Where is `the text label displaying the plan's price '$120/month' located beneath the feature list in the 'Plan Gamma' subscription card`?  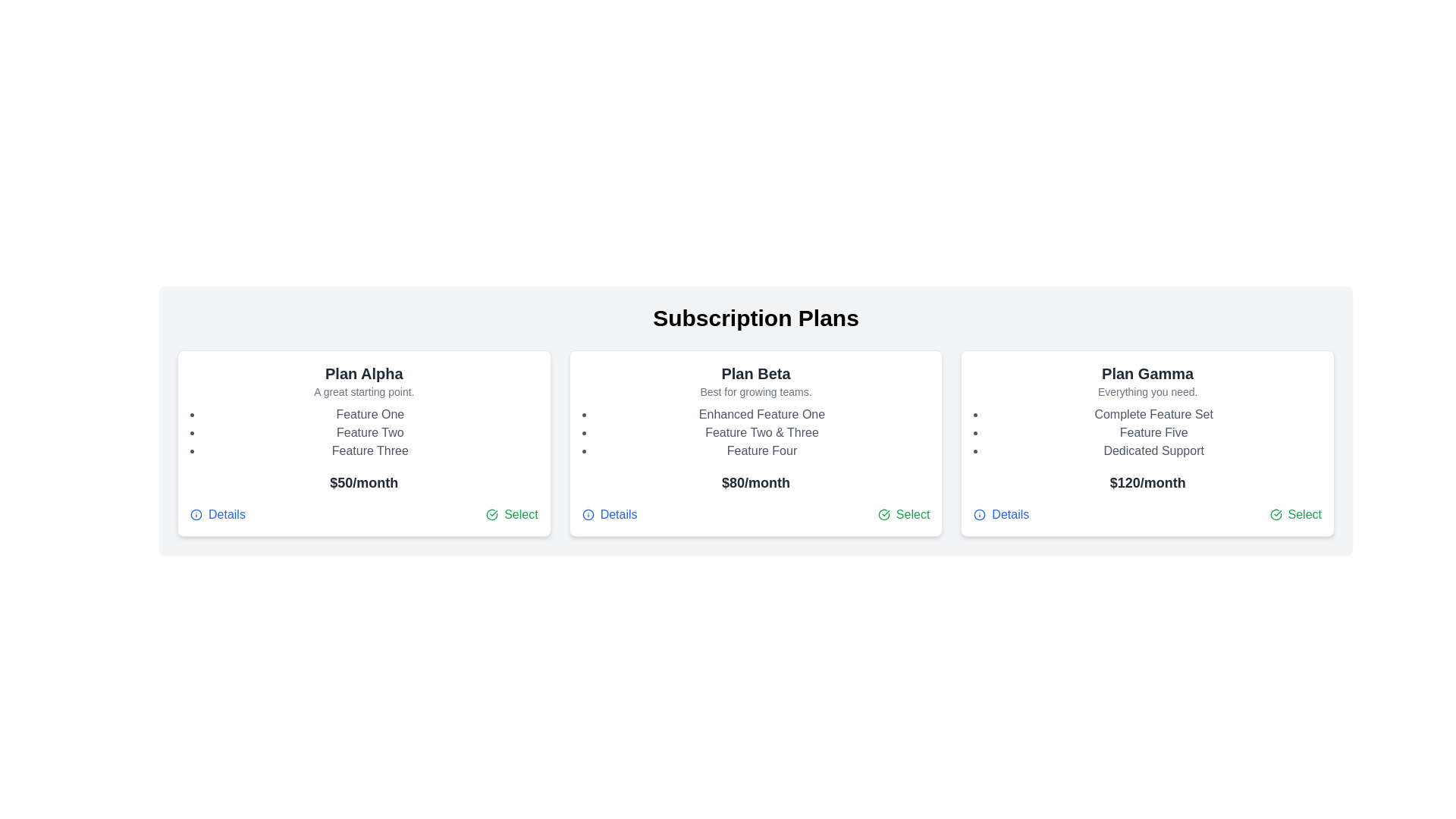
the text label displaying the plan's price '$120/month' located beneath the feature list in the 'Plan Gamma' subscription card is located at coordinates (1147, 482).